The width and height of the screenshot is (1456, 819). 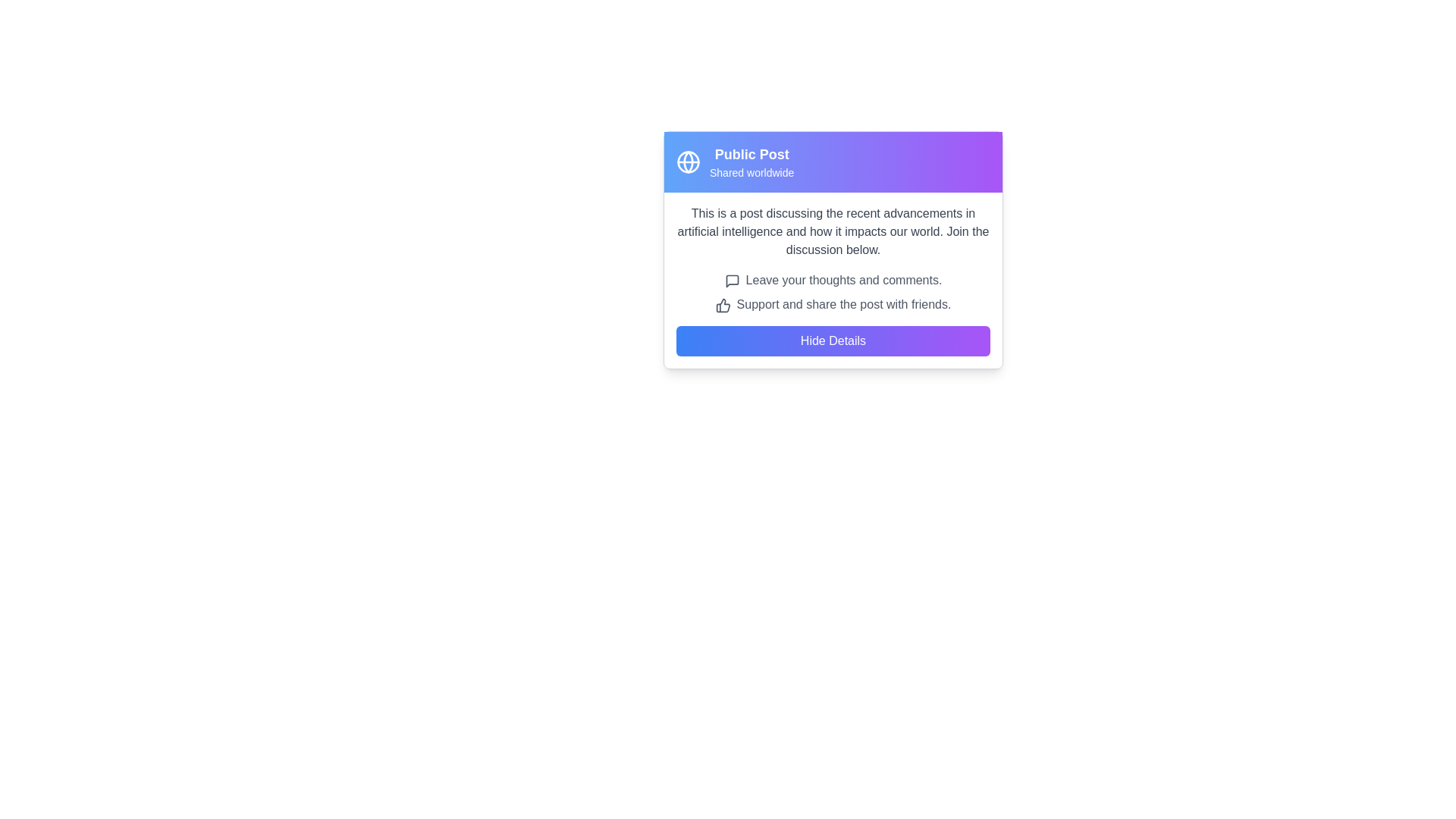 What do you see at coordinates (752, 171) in the screenshot?
I see `the text label that reads 'Shared worldwide', located beneath the 'Public Post' heading within the card component with a gradient background` at bounding box center [752, 171].